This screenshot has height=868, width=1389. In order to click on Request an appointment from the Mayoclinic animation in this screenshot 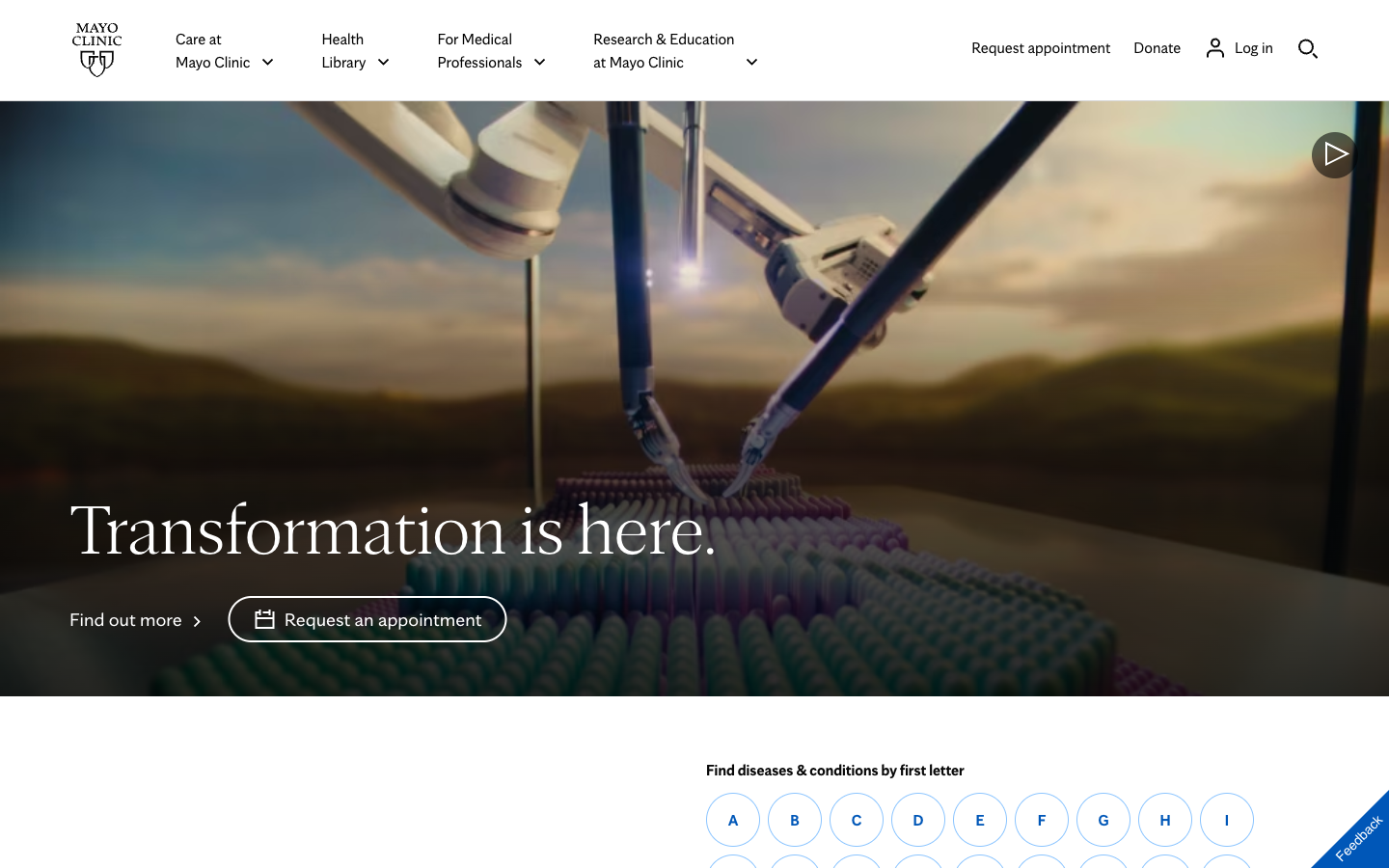, I will do `click(367, 618)`.